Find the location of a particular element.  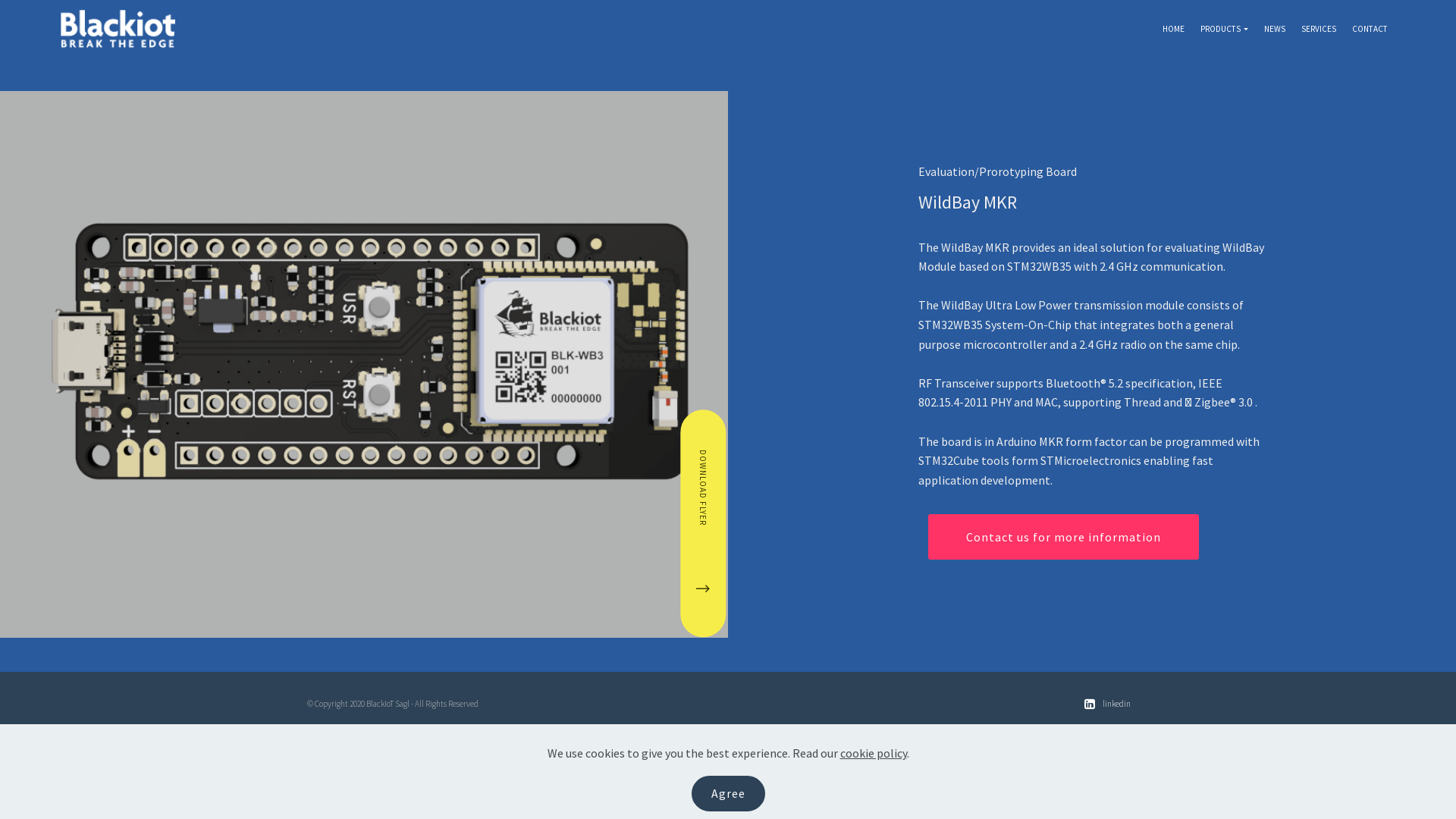

'HOME' is located at coordinates (1161, 29).